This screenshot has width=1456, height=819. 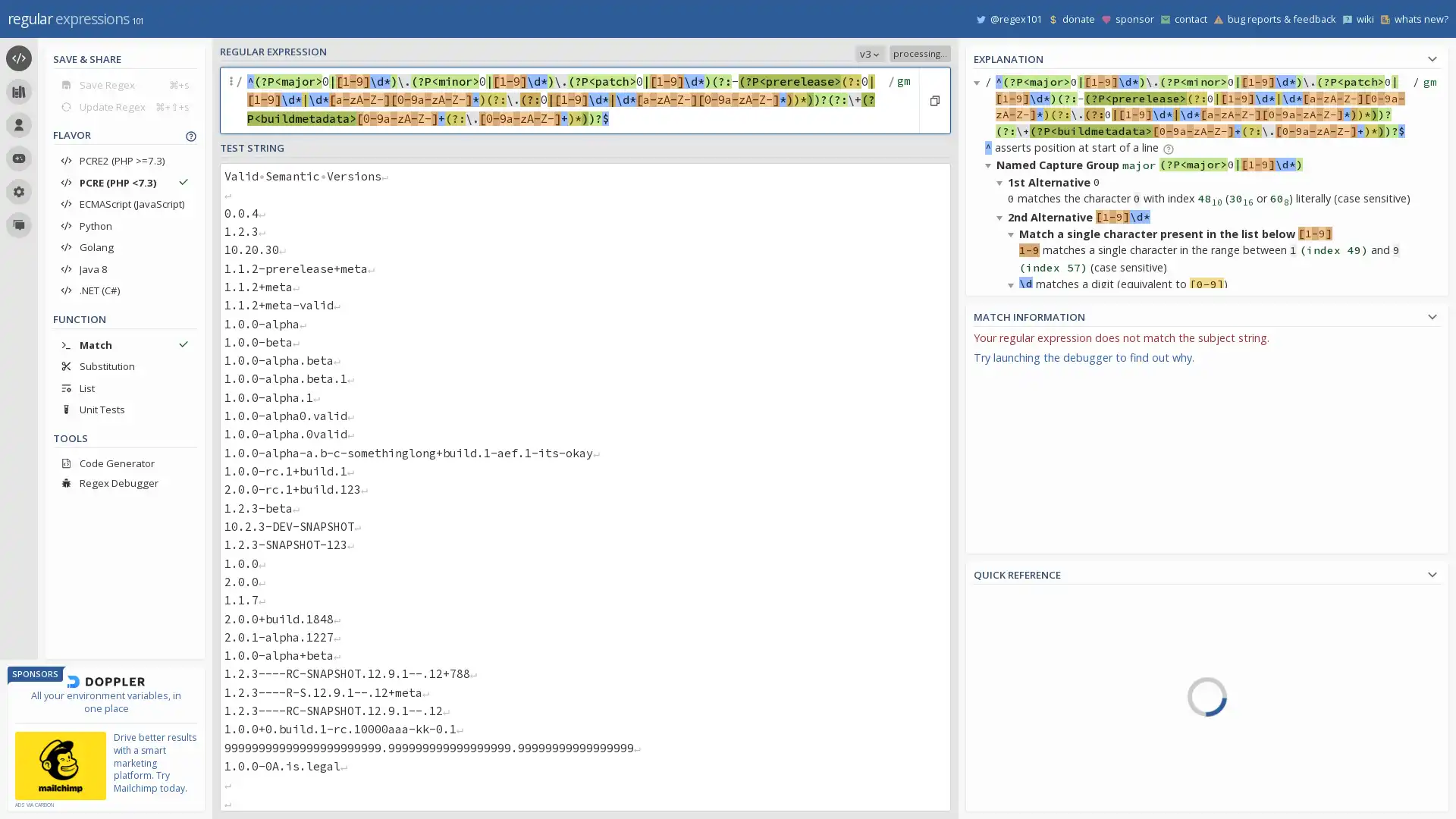 I want to click on Group major, so click(x=1014, y=500).